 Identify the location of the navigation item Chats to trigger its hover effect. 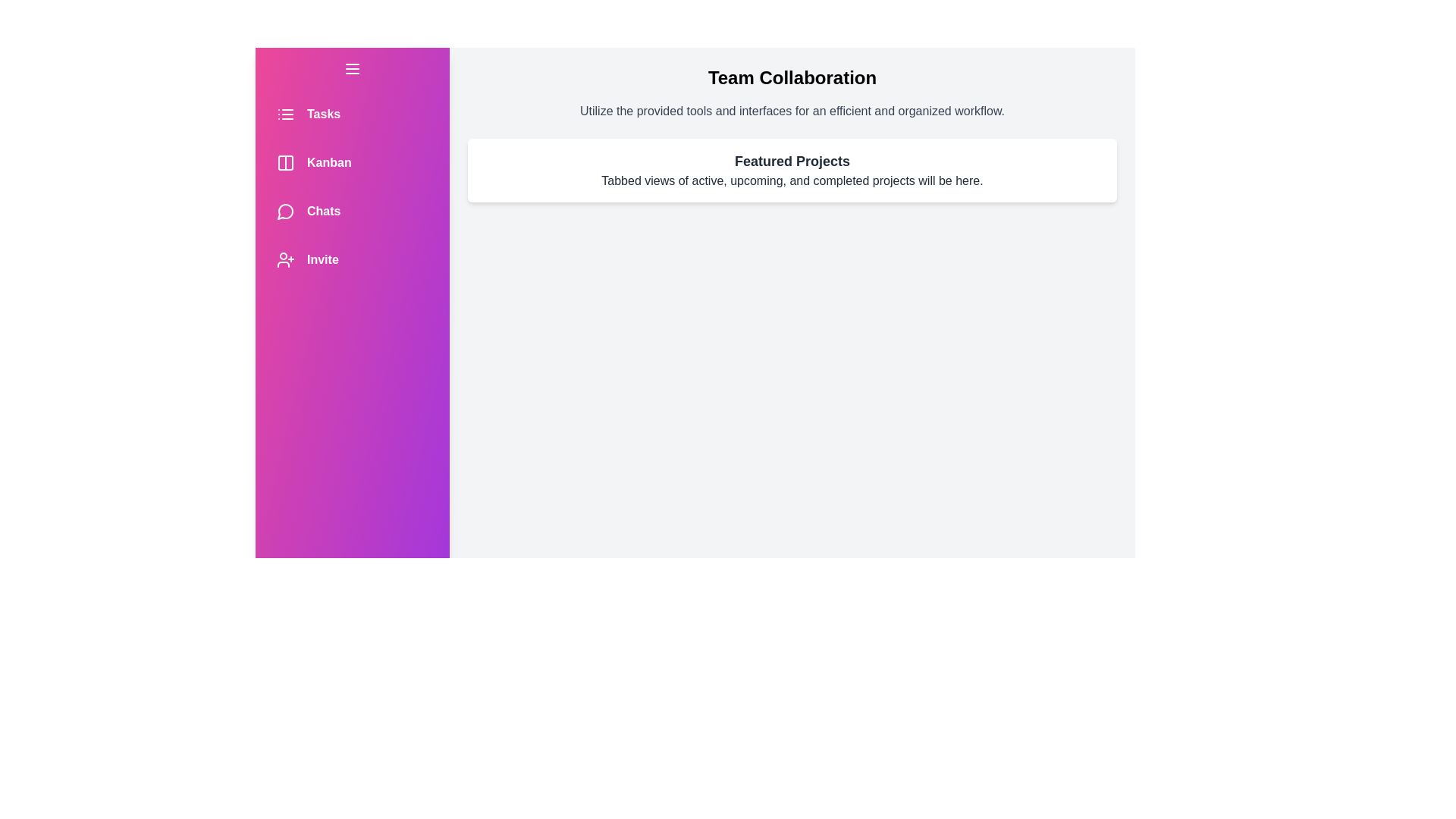
(352, 211).